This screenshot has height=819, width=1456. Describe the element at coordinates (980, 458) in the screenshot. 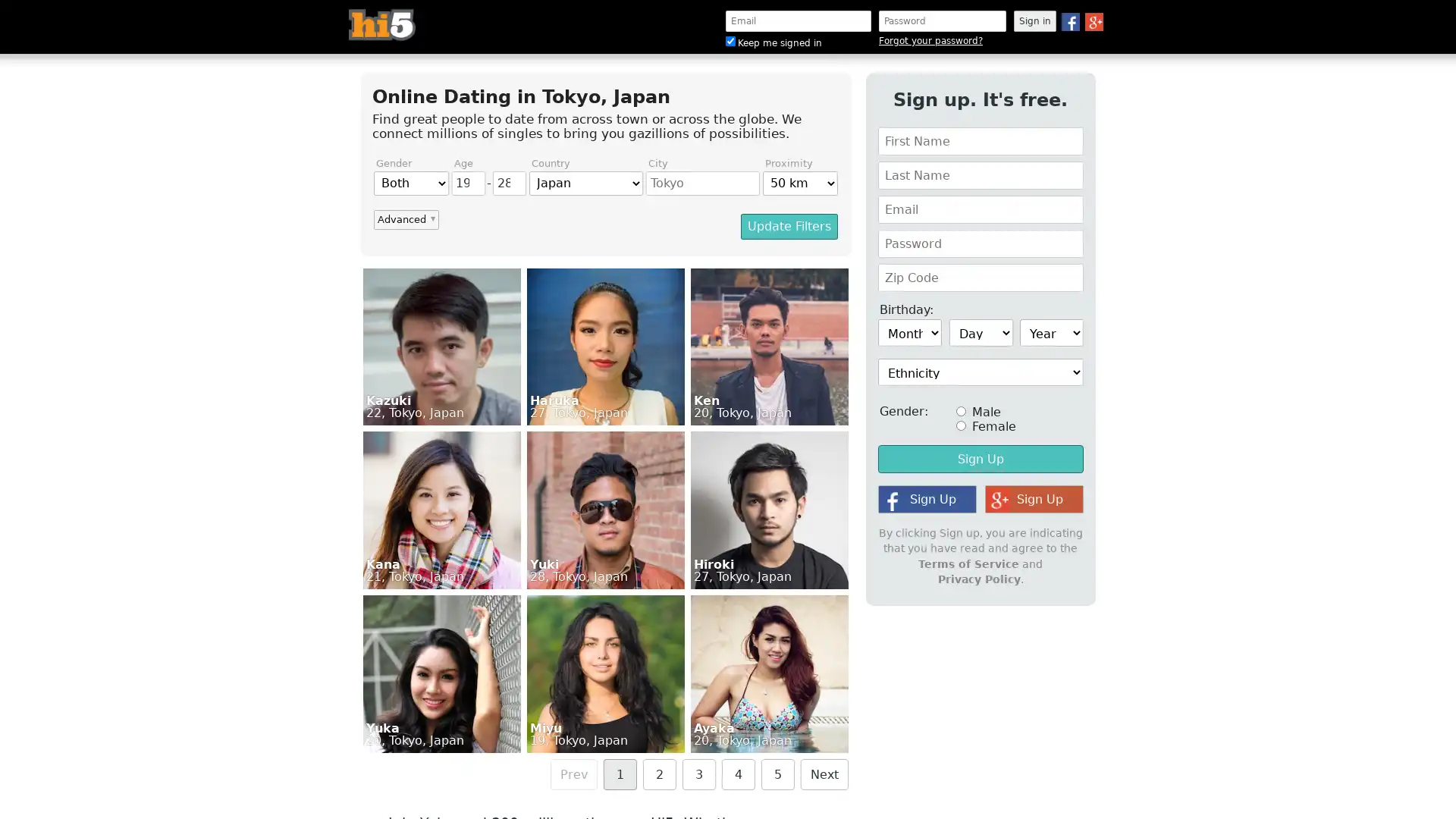

I see `Sign Up` at that location.